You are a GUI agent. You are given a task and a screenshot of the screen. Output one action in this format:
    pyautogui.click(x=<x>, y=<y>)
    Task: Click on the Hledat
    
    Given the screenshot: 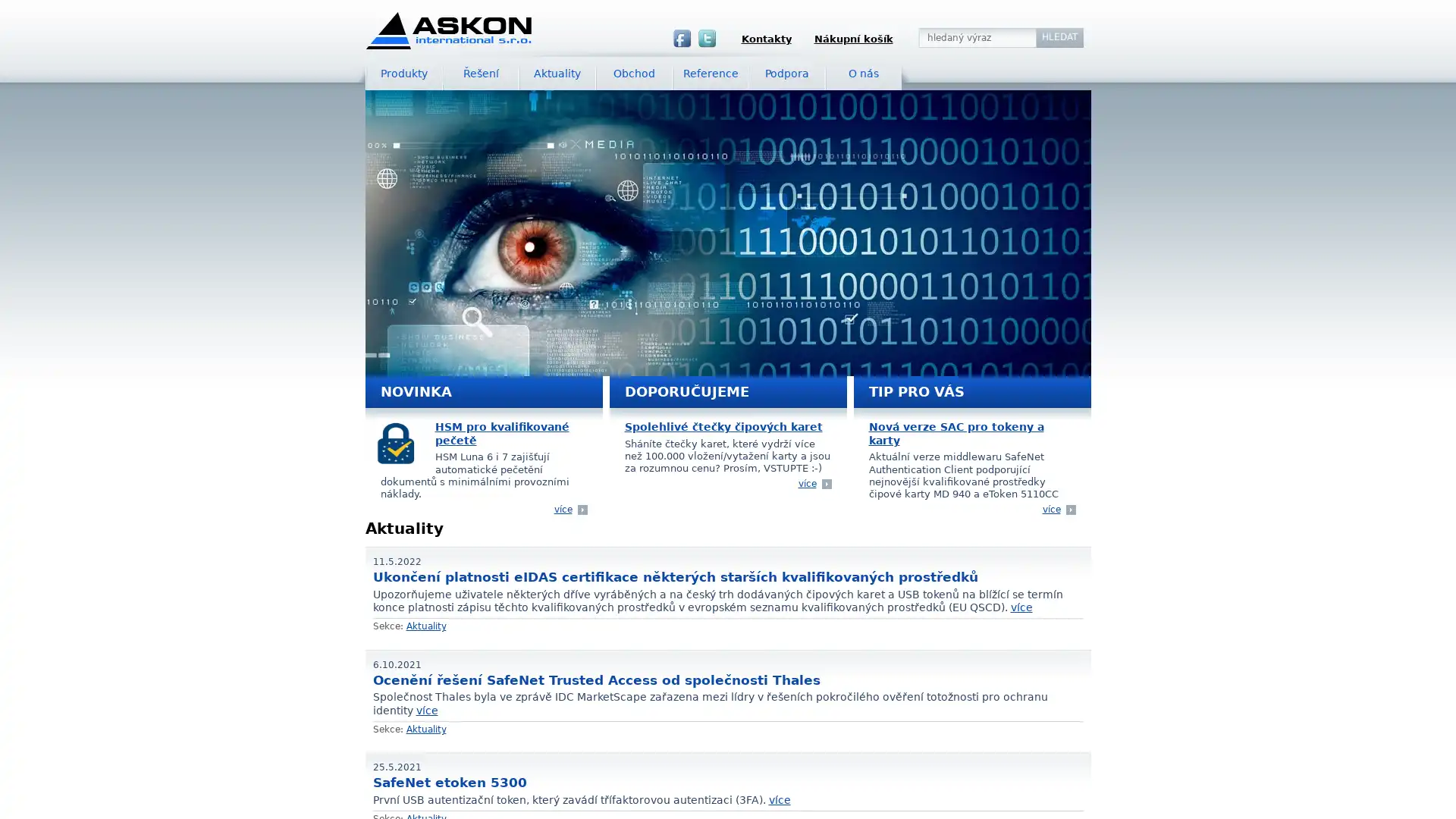 What is the action you would take?
    pyautogui.click(x=1059, y=37)
    